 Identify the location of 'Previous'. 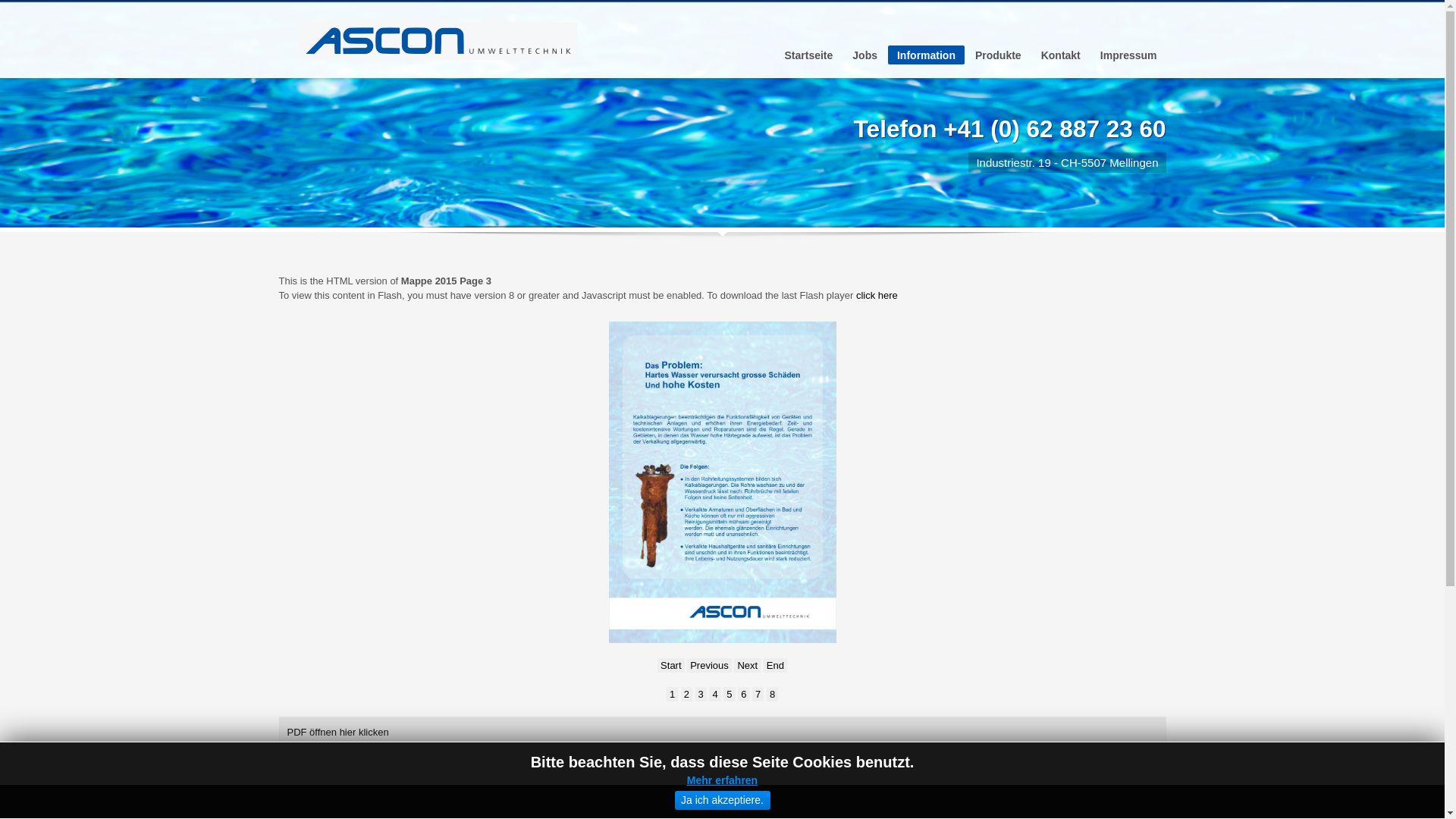
(708, 664).